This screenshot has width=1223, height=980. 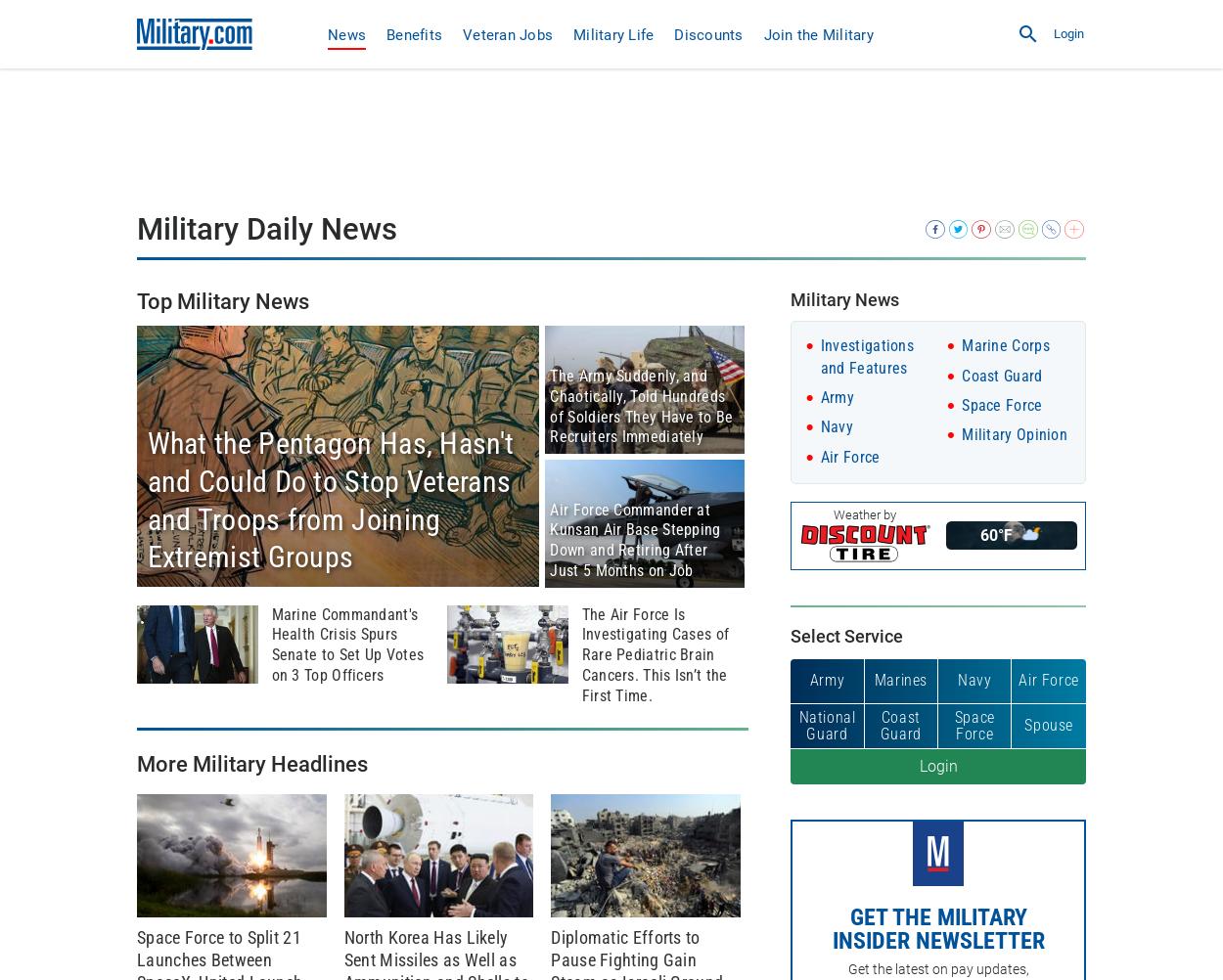 What do you see at coordinates (936, 927) in the screenshot?
I see `'Get the Military Insider Newsletter'` at bounding box center [936, 927].